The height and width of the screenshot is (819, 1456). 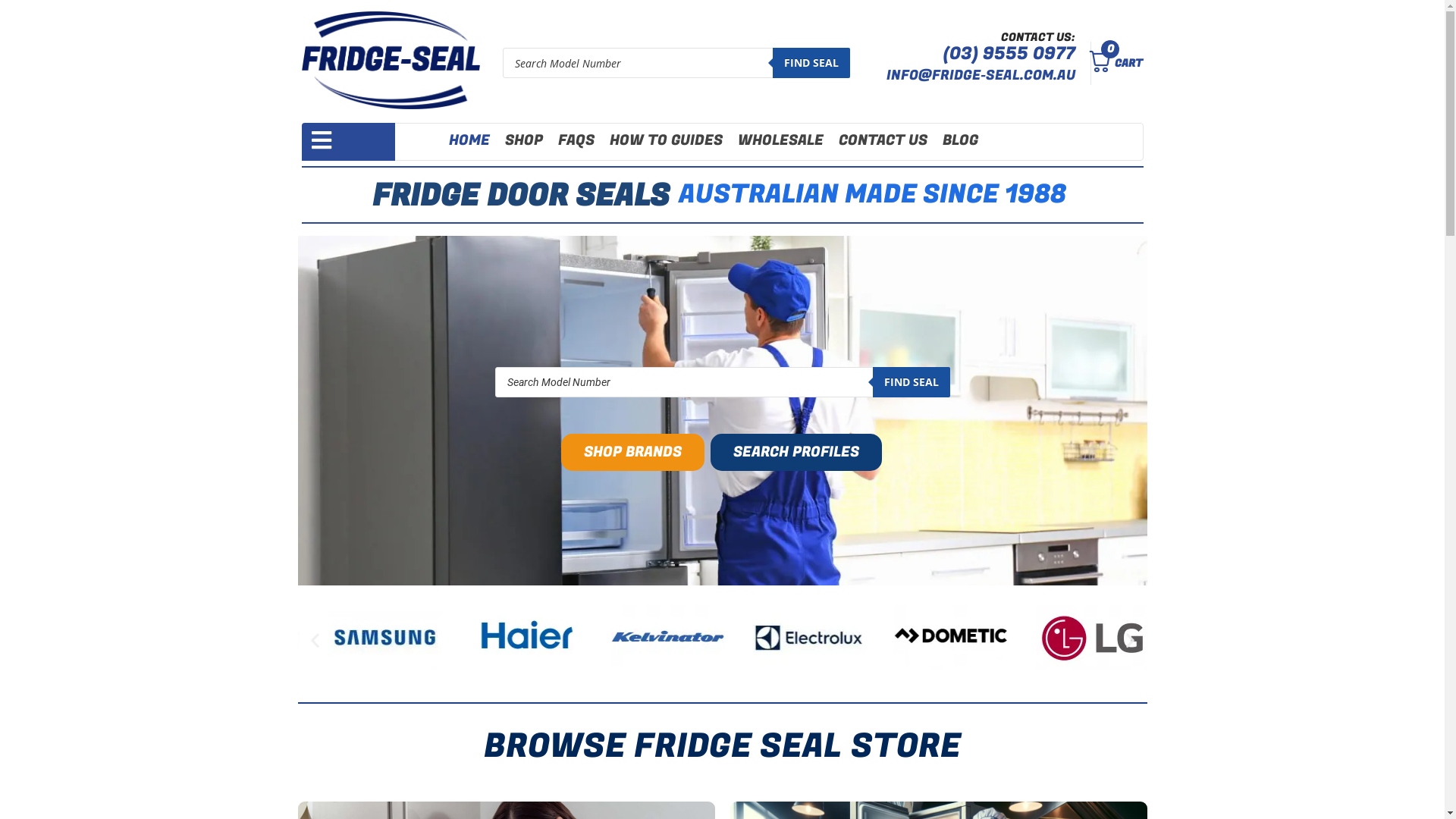 I want to click on 'CONTACT US', so click(x=883, y=140).